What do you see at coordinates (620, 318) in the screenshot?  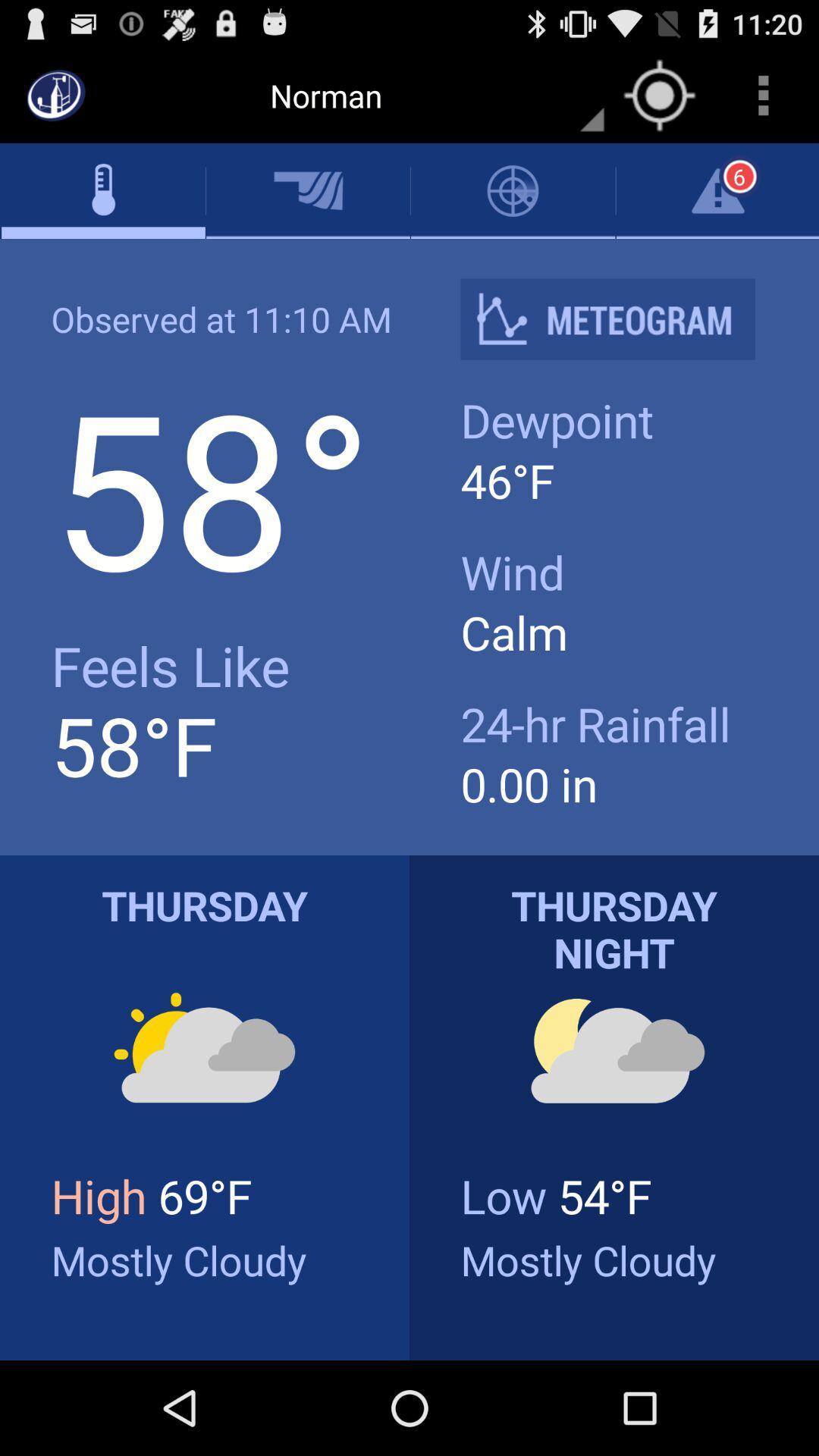 I see `meteogram` at bounding box center [620, 318].